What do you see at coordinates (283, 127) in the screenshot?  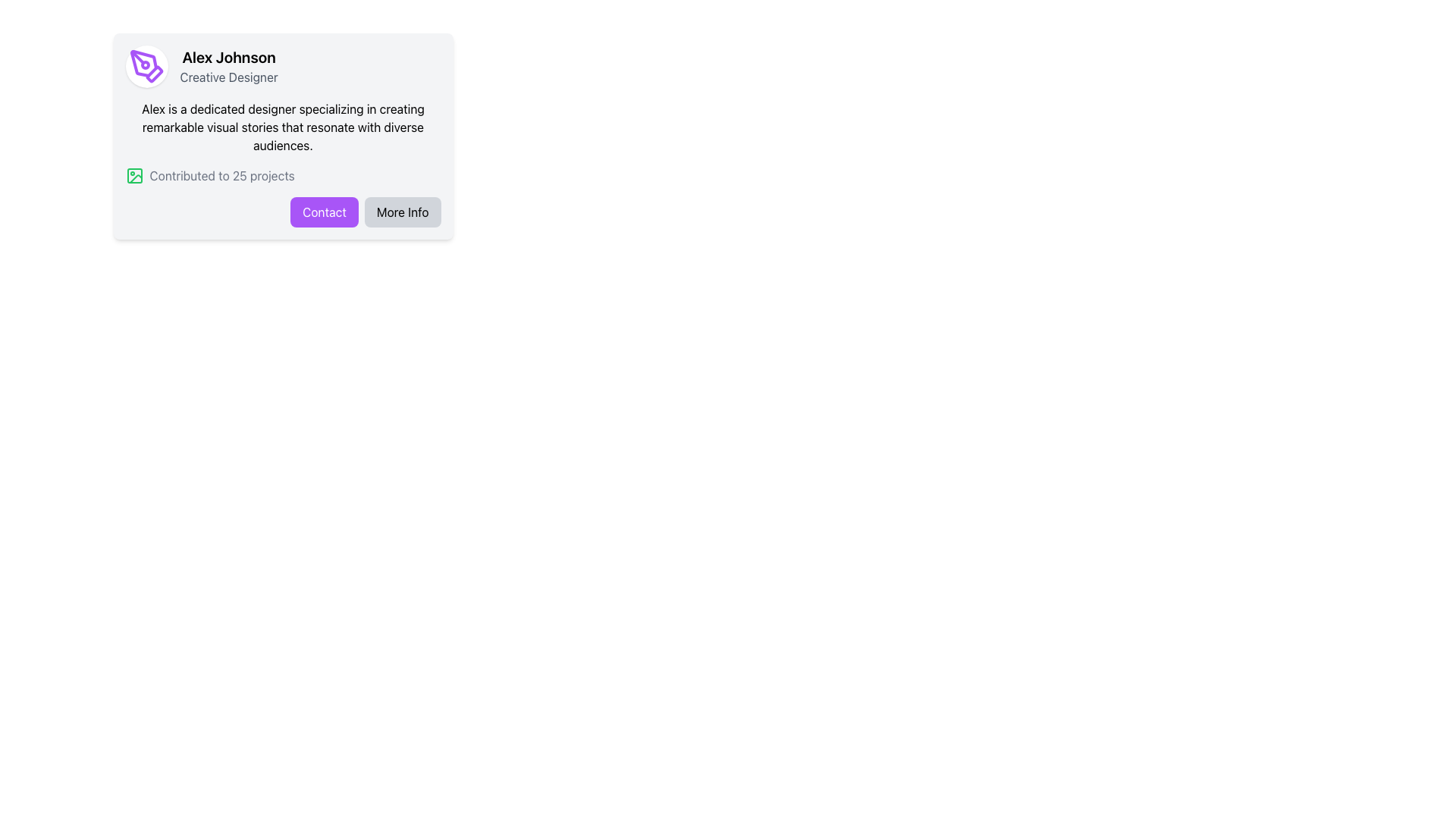 I see `the Text block that describes Alex Johnson's biography, located below the title 'Alex Johnson' and above the line 'Contributed to 25 projects.'` at bounding box center [283, 127].